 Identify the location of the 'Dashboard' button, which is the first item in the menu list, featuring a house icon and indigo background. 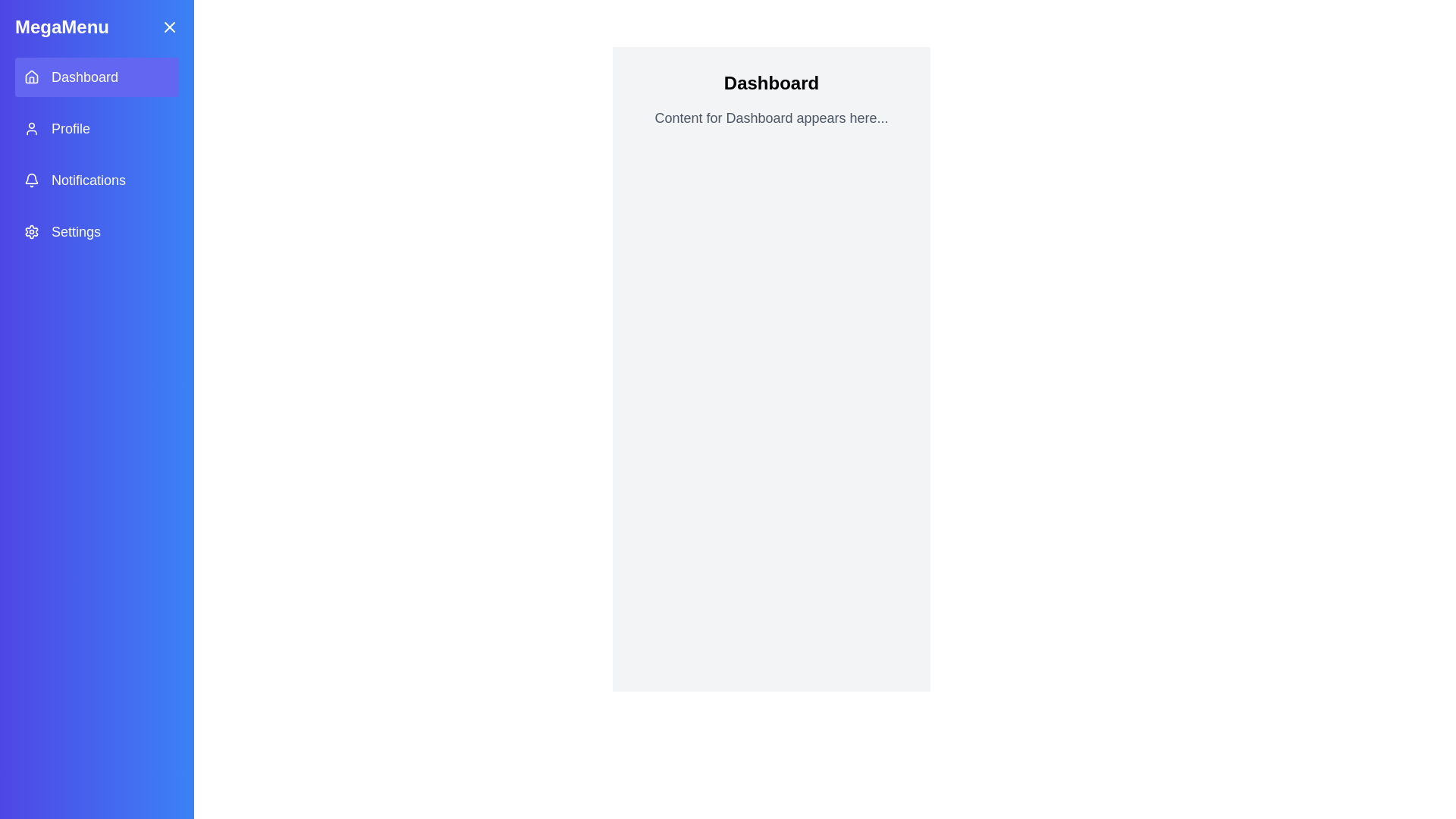
(96, 77).